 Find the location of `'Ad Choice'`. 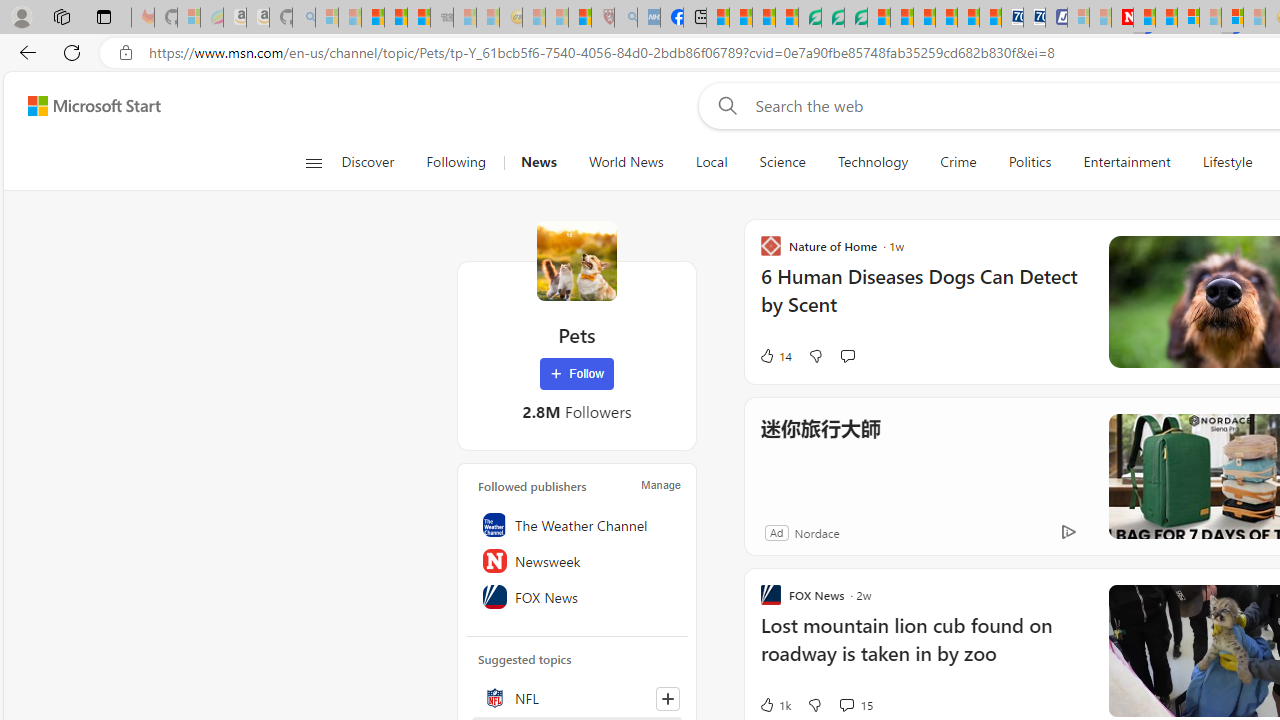

'Ad Choice' is located at coordinates (1067, 531).